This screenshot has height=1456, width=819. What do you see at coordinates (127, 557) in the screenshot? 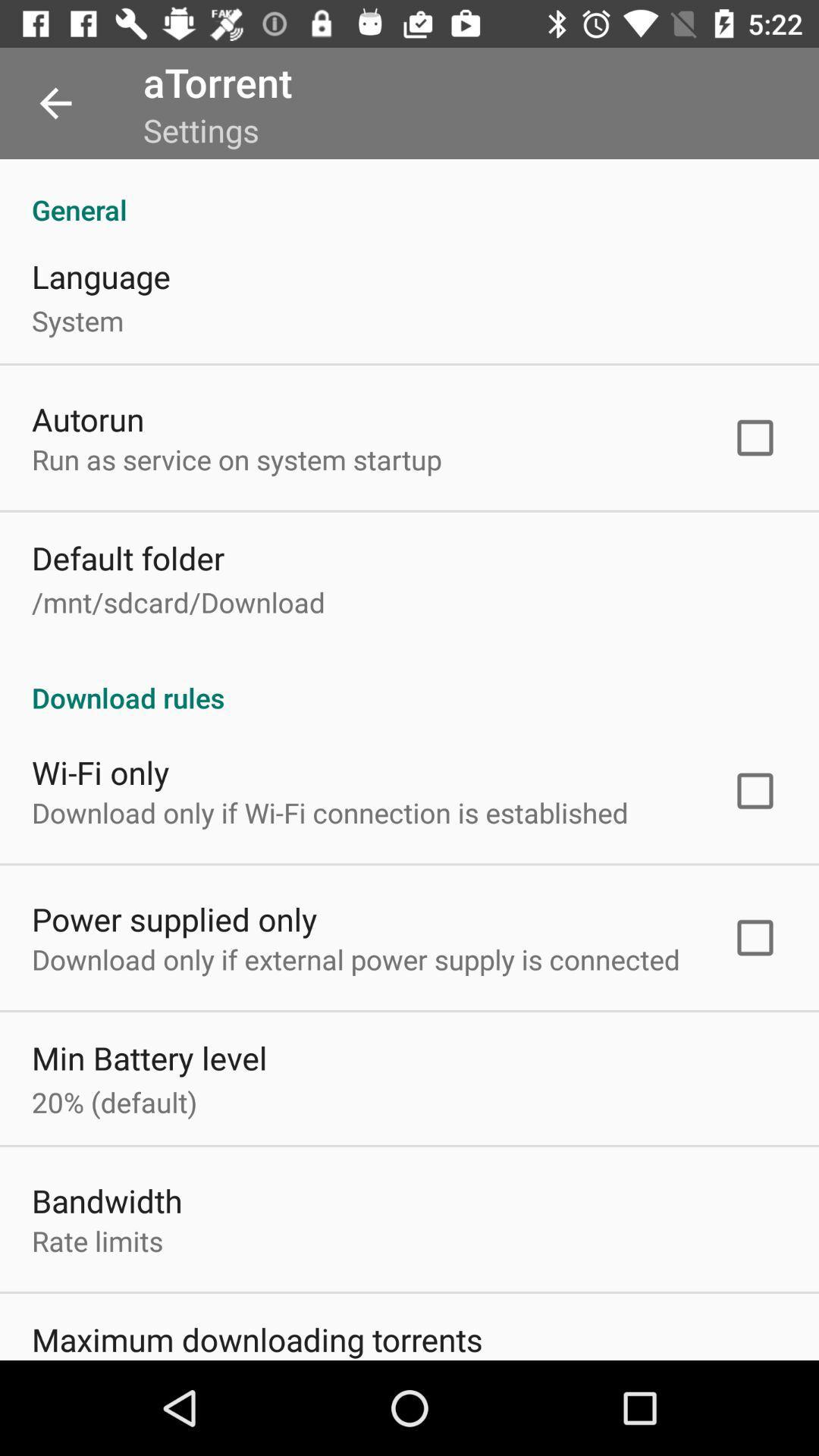
I see `icon above /mnt/sdcard/download item` at bounding box center [127, 557].